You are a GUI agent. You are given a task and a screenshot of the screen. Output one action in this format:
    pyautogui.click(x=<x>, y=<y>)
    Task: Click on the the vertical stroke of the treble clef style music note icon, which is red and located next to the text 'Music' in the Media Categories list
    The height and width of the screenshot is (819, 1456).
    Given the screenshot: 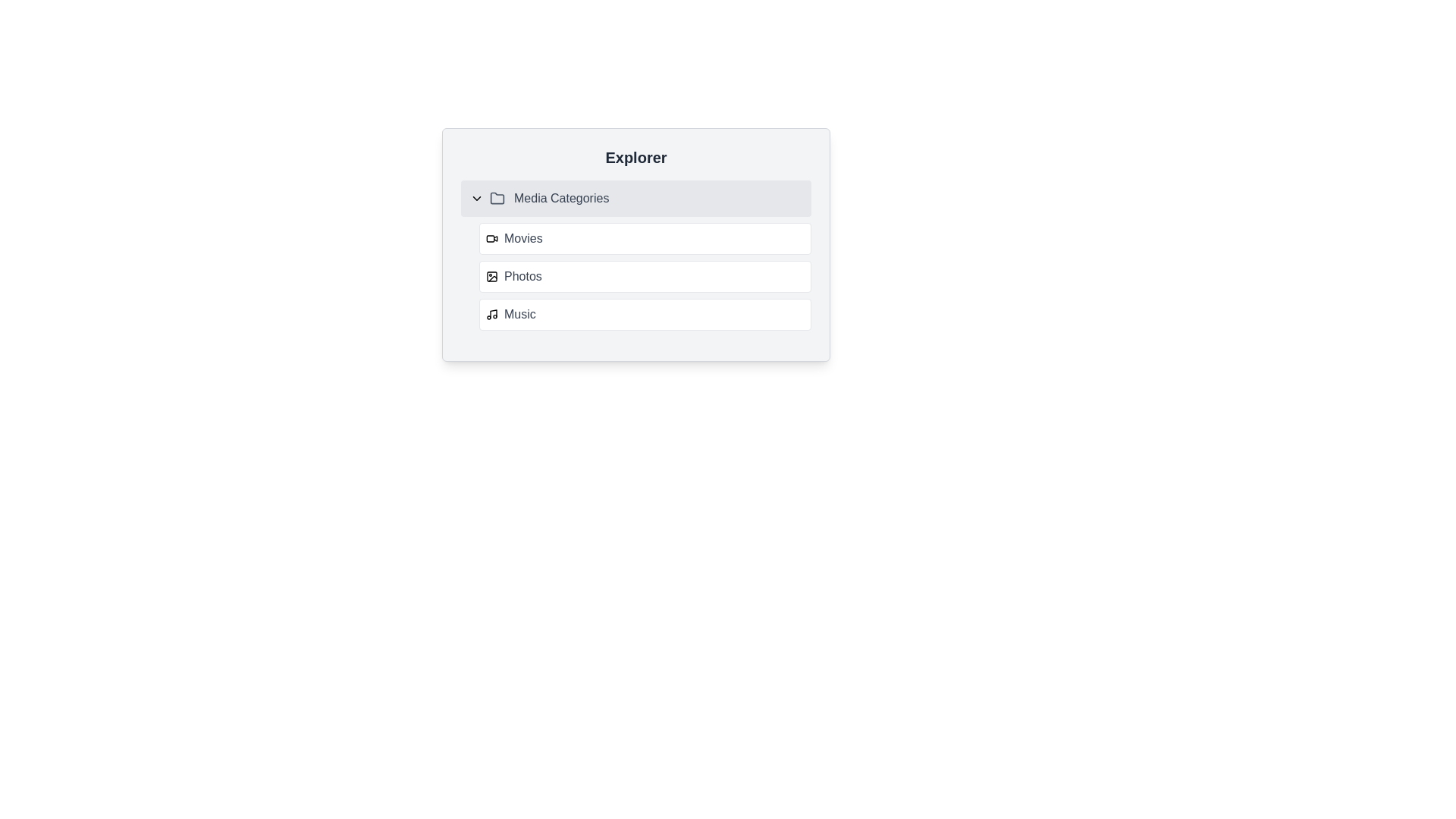 What is the action you would take?
    pyautogui.click(x=494, y=312)
    